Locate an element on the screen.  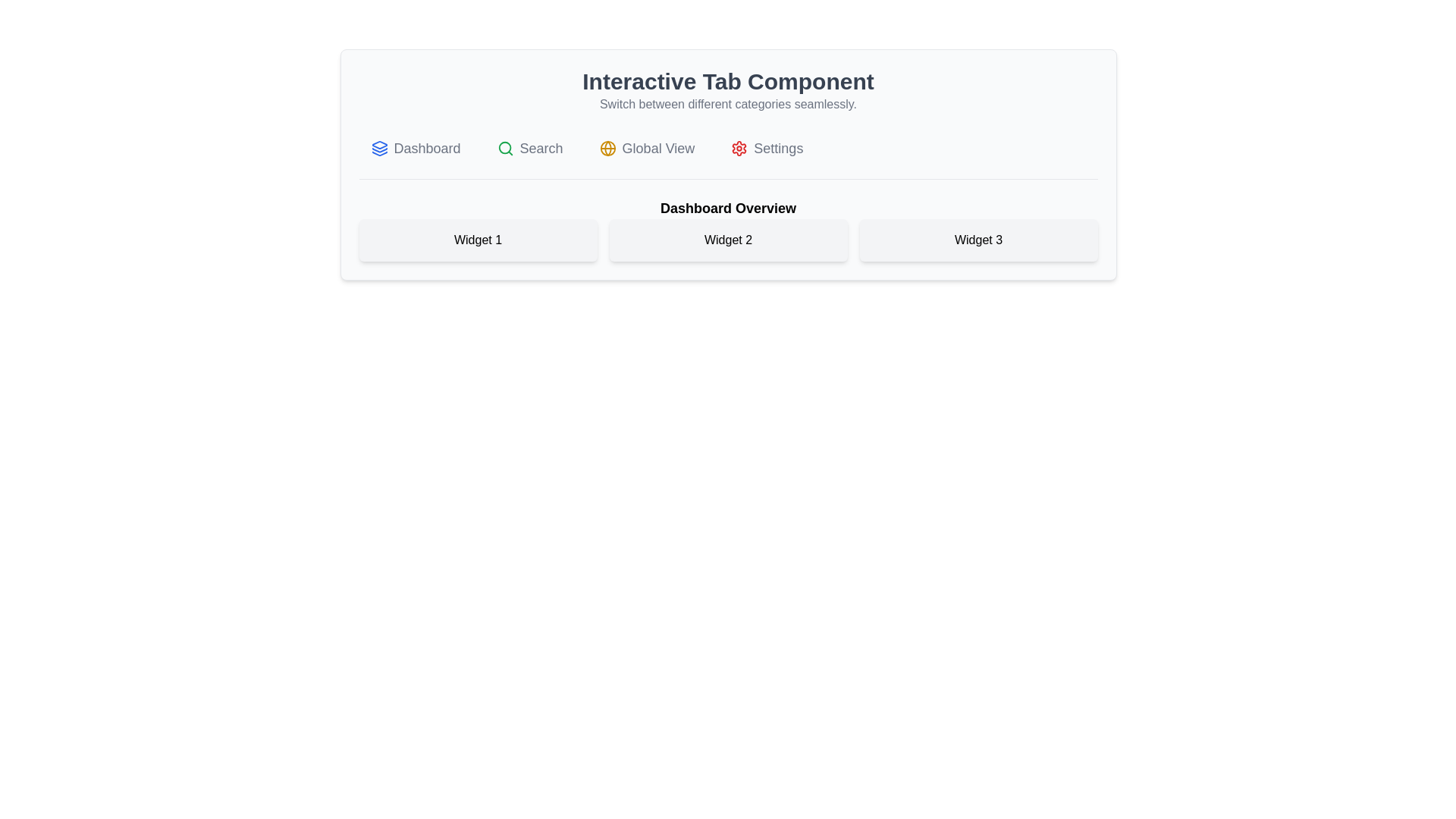
the rightmost button is located at coordinates (767, 149).